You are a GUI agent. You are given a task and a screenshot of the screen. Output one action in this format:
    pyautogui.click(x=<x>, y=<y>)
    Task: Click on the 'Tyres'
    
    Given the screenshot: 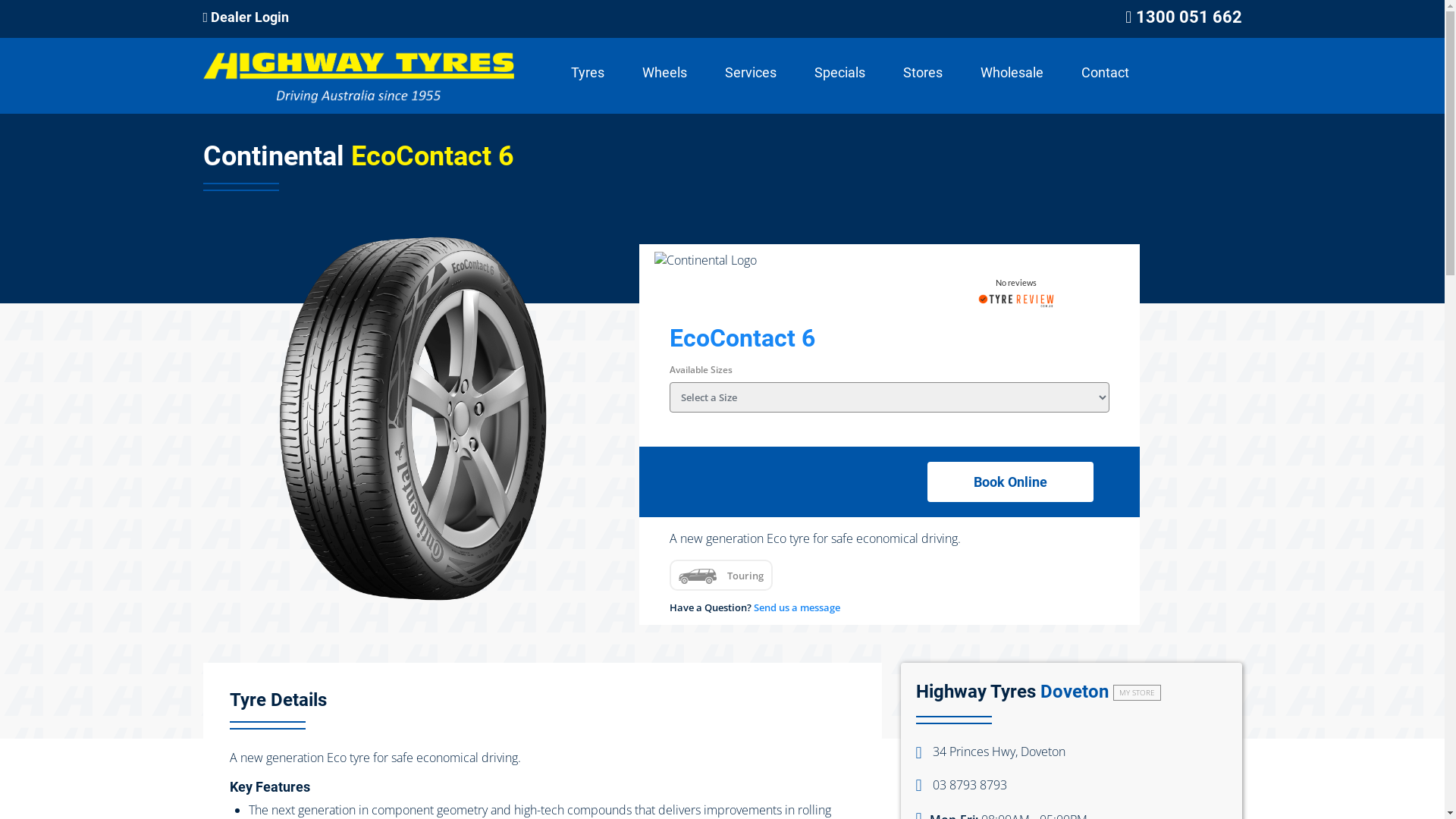 What is the action you would take?
    pyautogui.click(x=585, y=72)
    